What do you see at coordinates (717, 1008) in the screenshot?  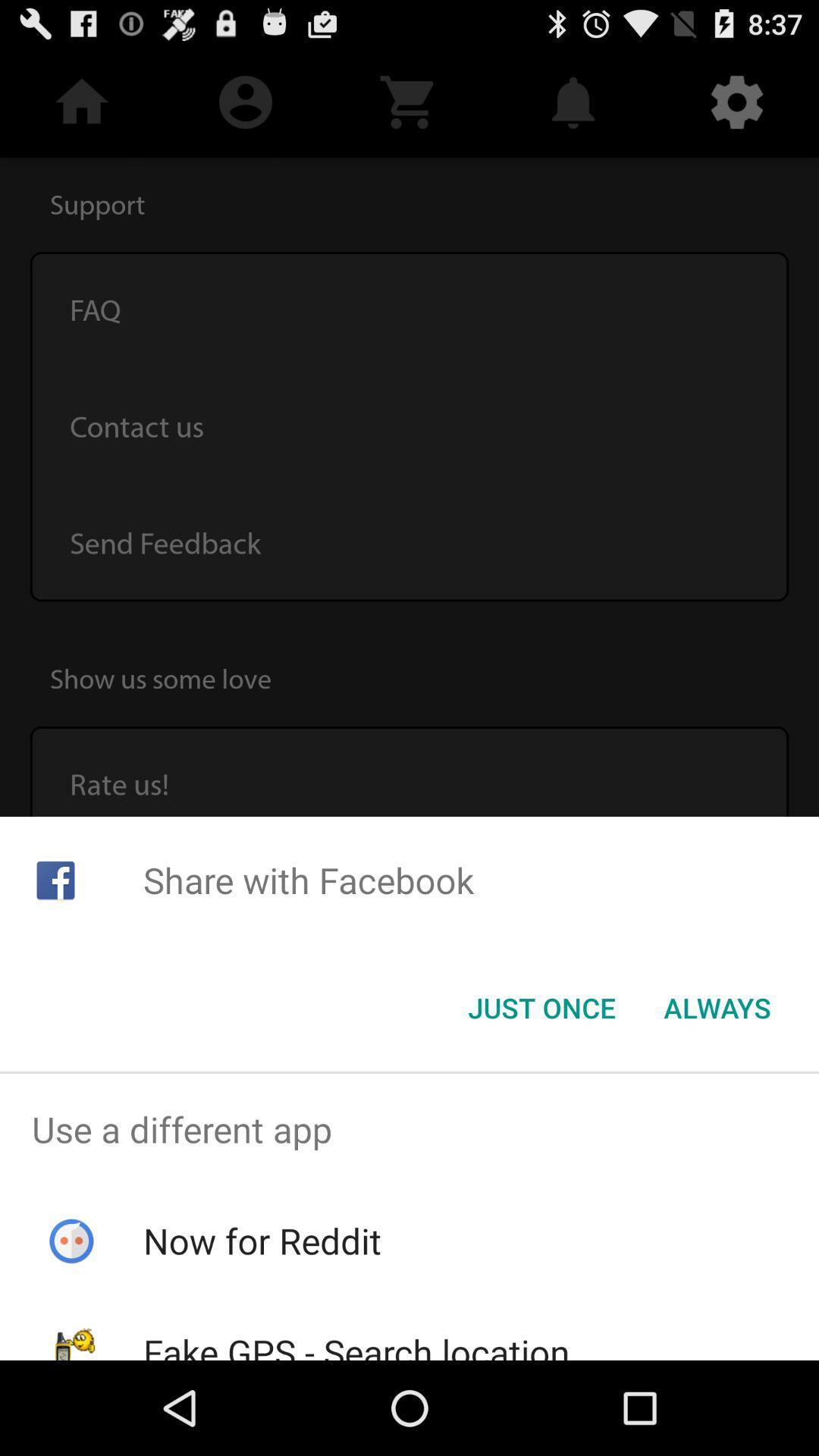 I see `icon to the right of just once icon` at bounding box center [717, 1008].